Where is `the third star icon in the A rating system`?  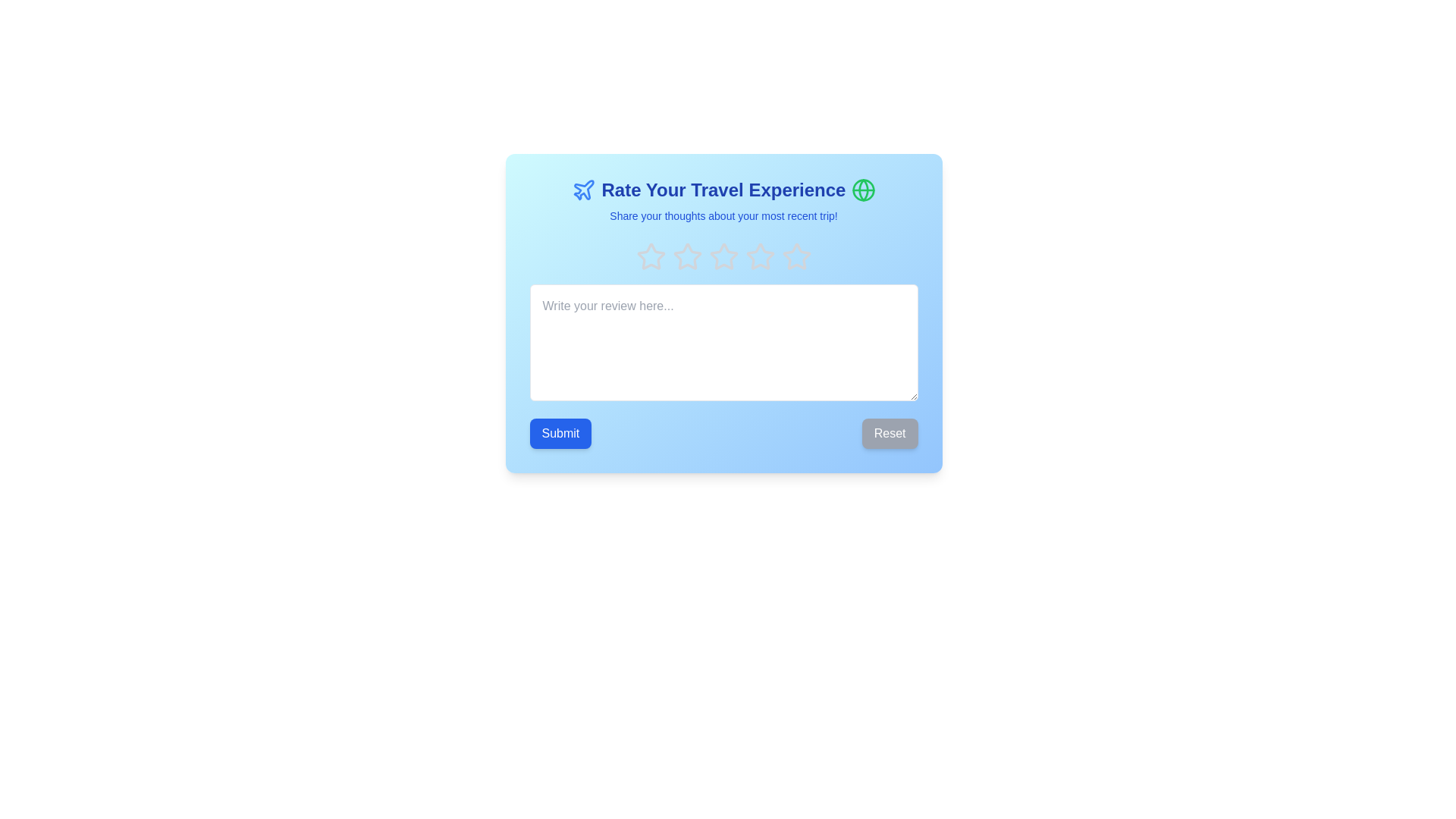
the third star icon in the A rating system is located at coordinates (723, 256).